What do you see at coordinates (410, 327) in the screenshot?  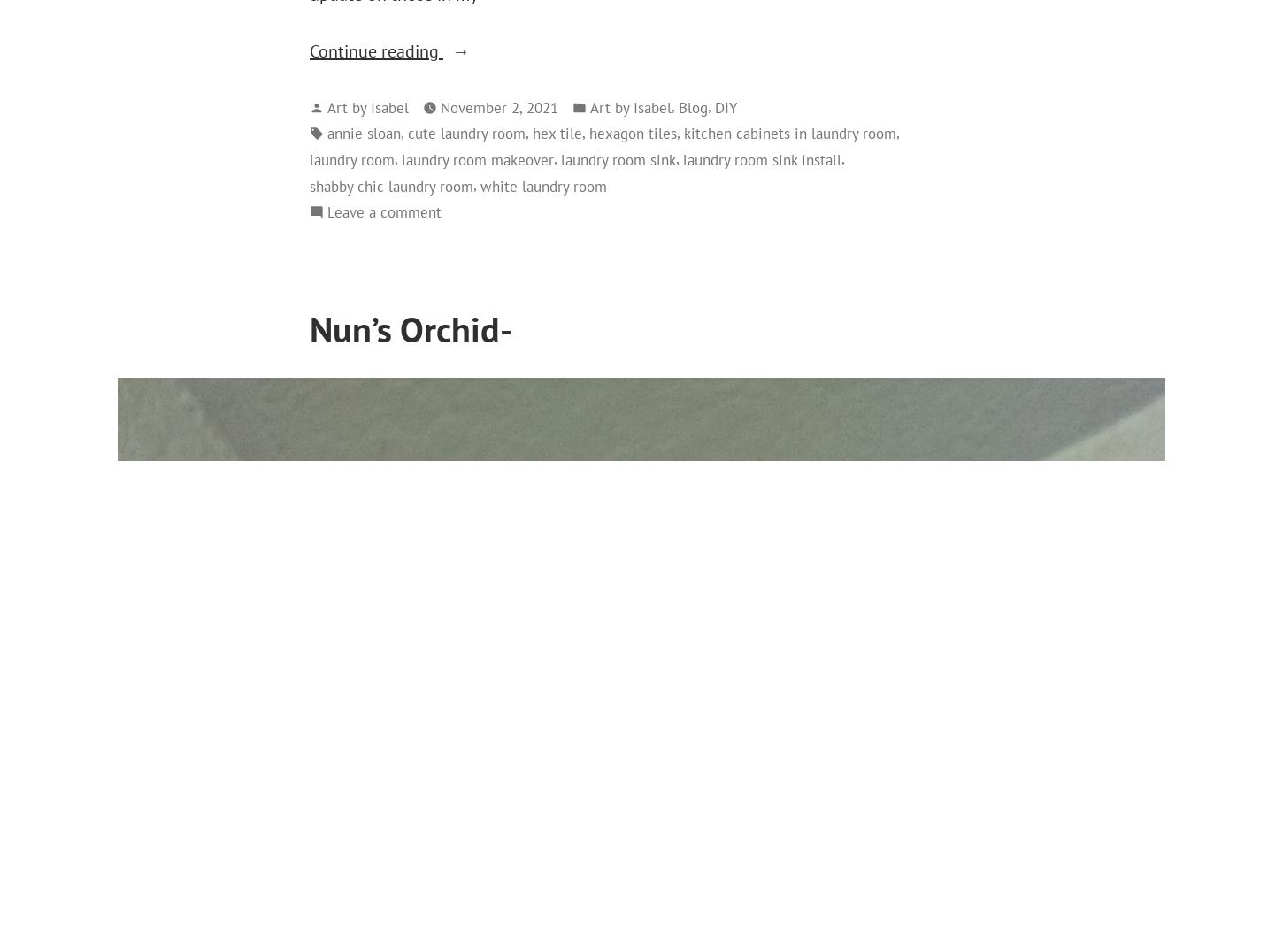 I see `'Nun’s Orchid-'` at bounding box center [410, 327].